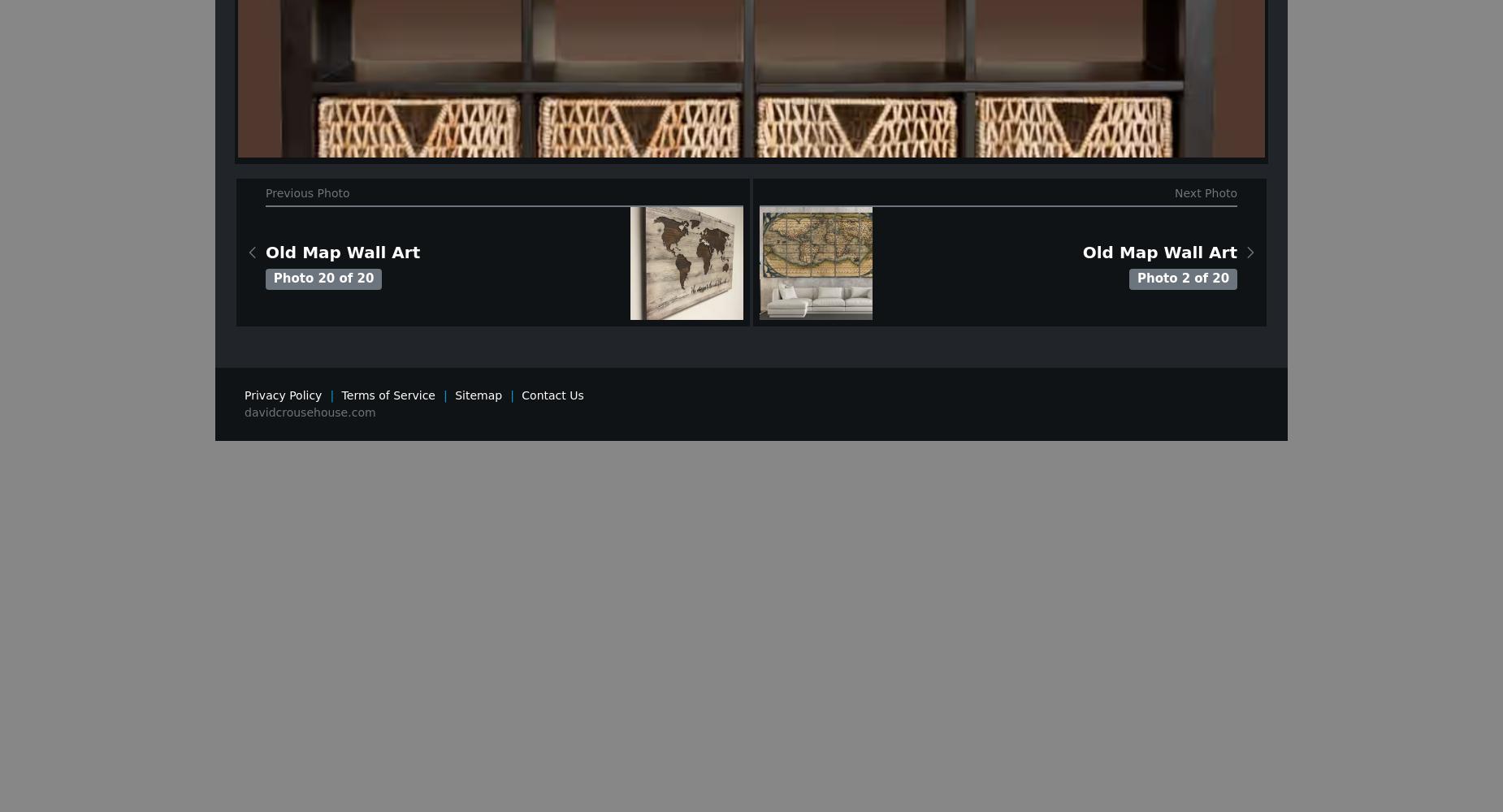 The width and height of the screenshot is (1503, 812). Describe the element at coordinates (479, 394) in the screenshot. I see `'Sitemap'` at that location.